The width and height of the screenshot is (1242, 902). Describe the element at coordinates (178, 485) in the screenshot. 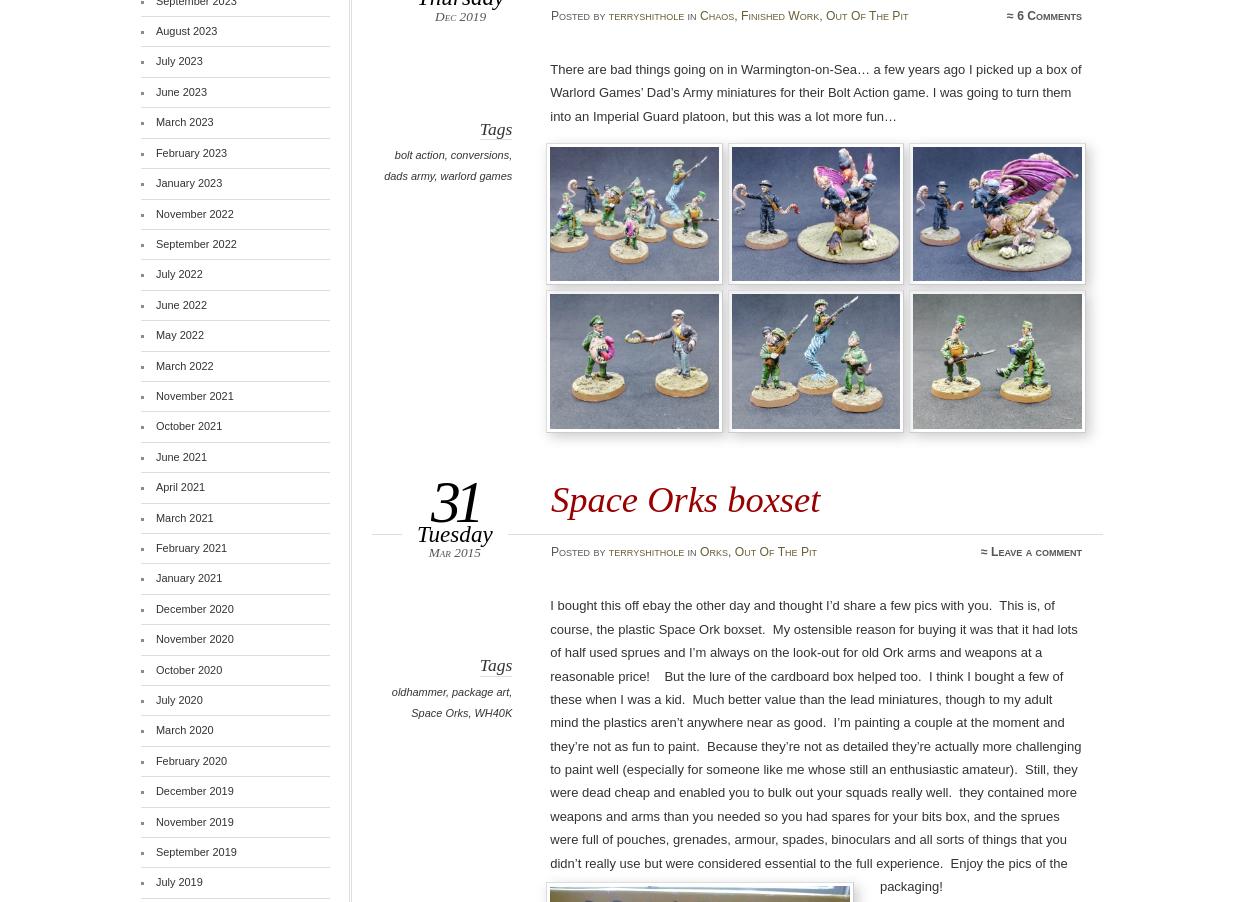

I see `'April 2021'` at that location.